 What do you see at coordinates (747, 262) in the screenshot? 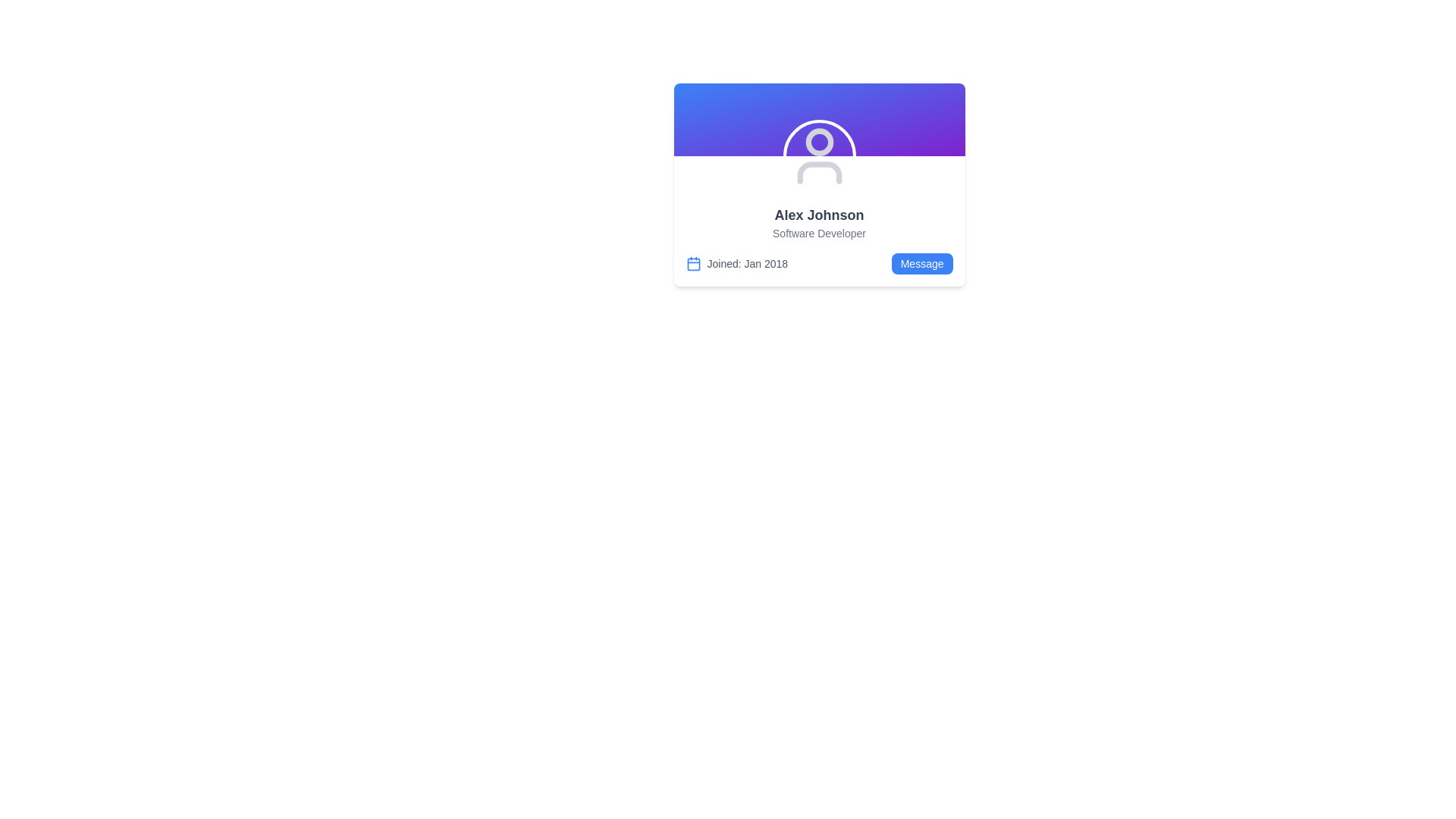
I see `the text label that displays the user's join date, positioned to the right of the calendar icon and below the username and role information` at bounding box center [747, 262].